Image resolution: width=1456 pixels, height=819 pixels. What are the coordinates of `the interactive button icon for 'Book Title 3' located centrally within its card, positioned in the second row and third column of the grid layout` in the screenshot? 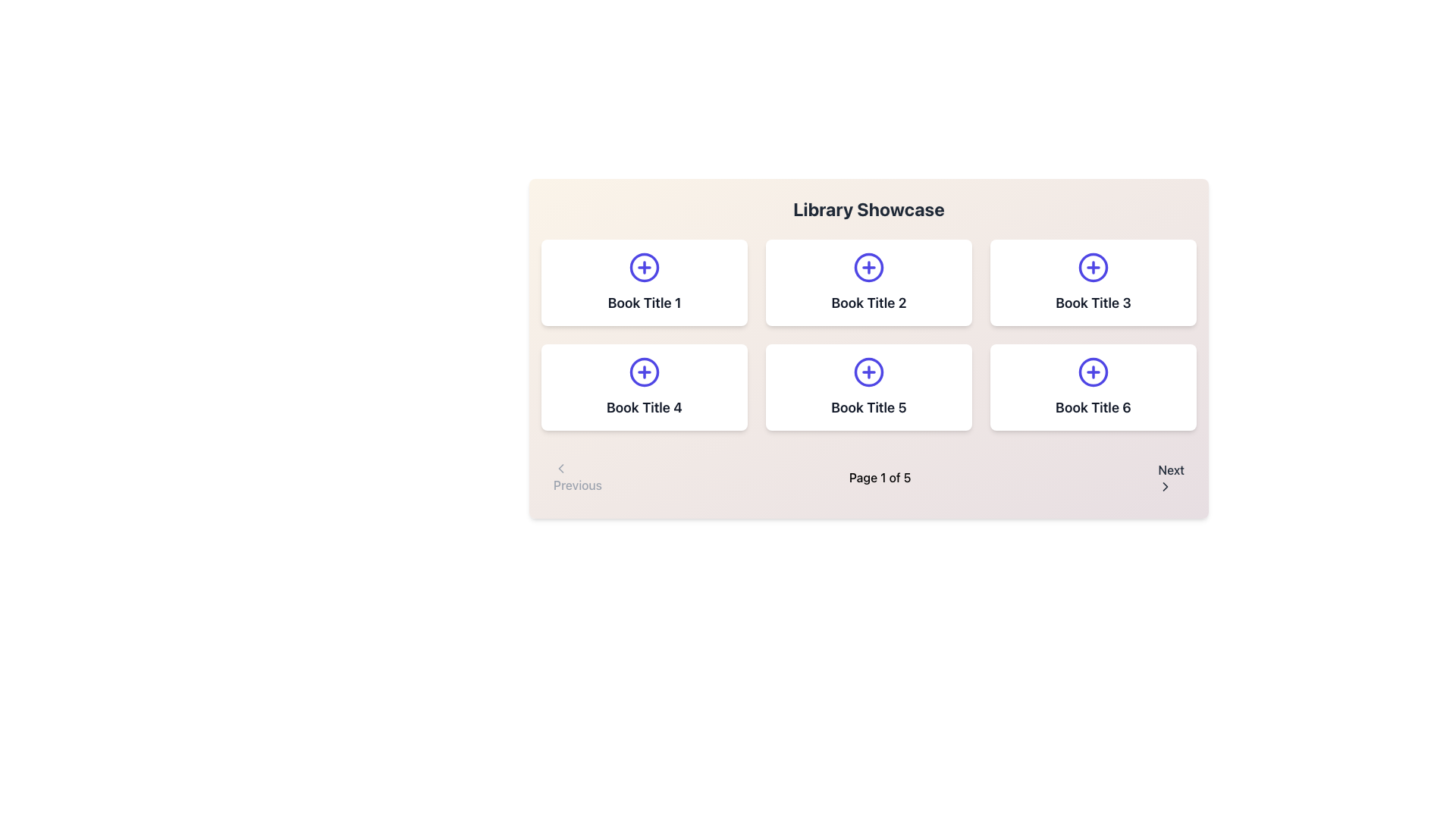 It's located at (1093, 267).